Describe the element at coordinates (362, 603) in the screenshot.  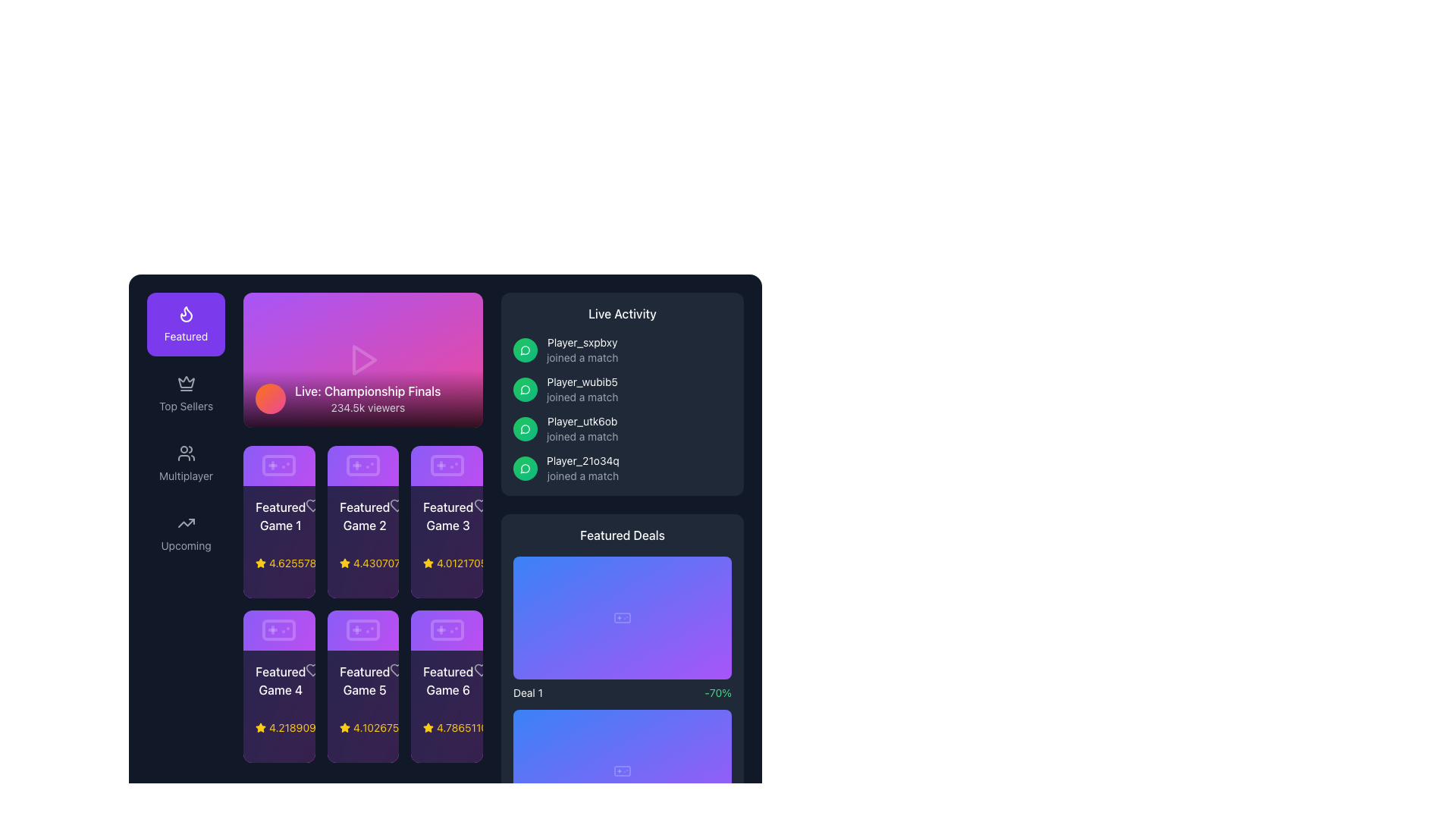
I see `the card displaying details about a specific featured game located in the second row, middle column of the grid layout` at that location.